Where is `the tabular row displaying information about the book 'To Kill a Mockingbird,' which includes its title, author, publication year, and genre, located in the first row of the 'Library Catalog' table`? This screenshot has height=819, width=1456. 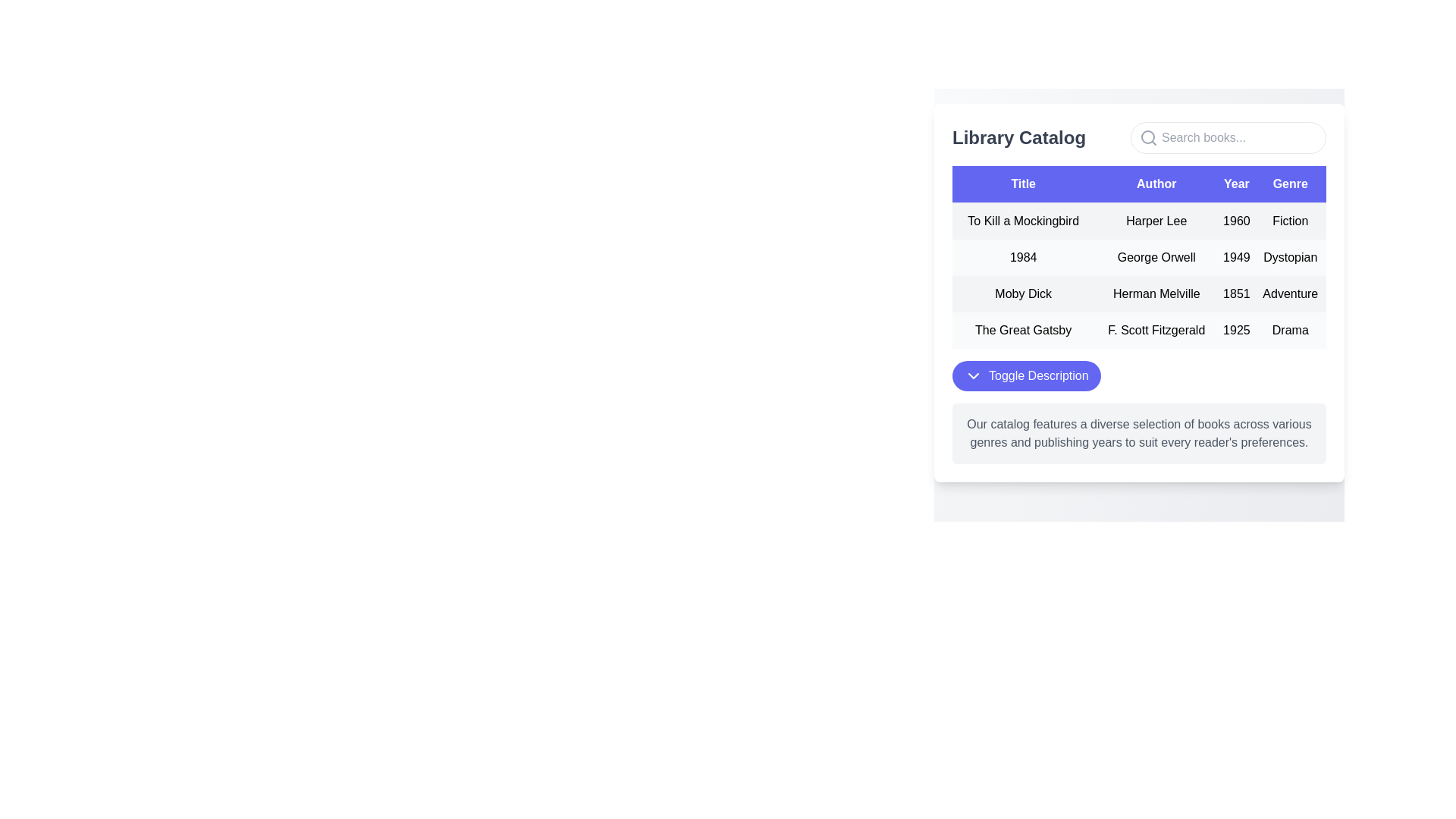 the tabular row displaying information about the book 'To Kill a Mockingbird,' which includes its title, author, publication year, and genre, located in the first row of the 'Library Catalog' table is located at coordinates (1139, 221).